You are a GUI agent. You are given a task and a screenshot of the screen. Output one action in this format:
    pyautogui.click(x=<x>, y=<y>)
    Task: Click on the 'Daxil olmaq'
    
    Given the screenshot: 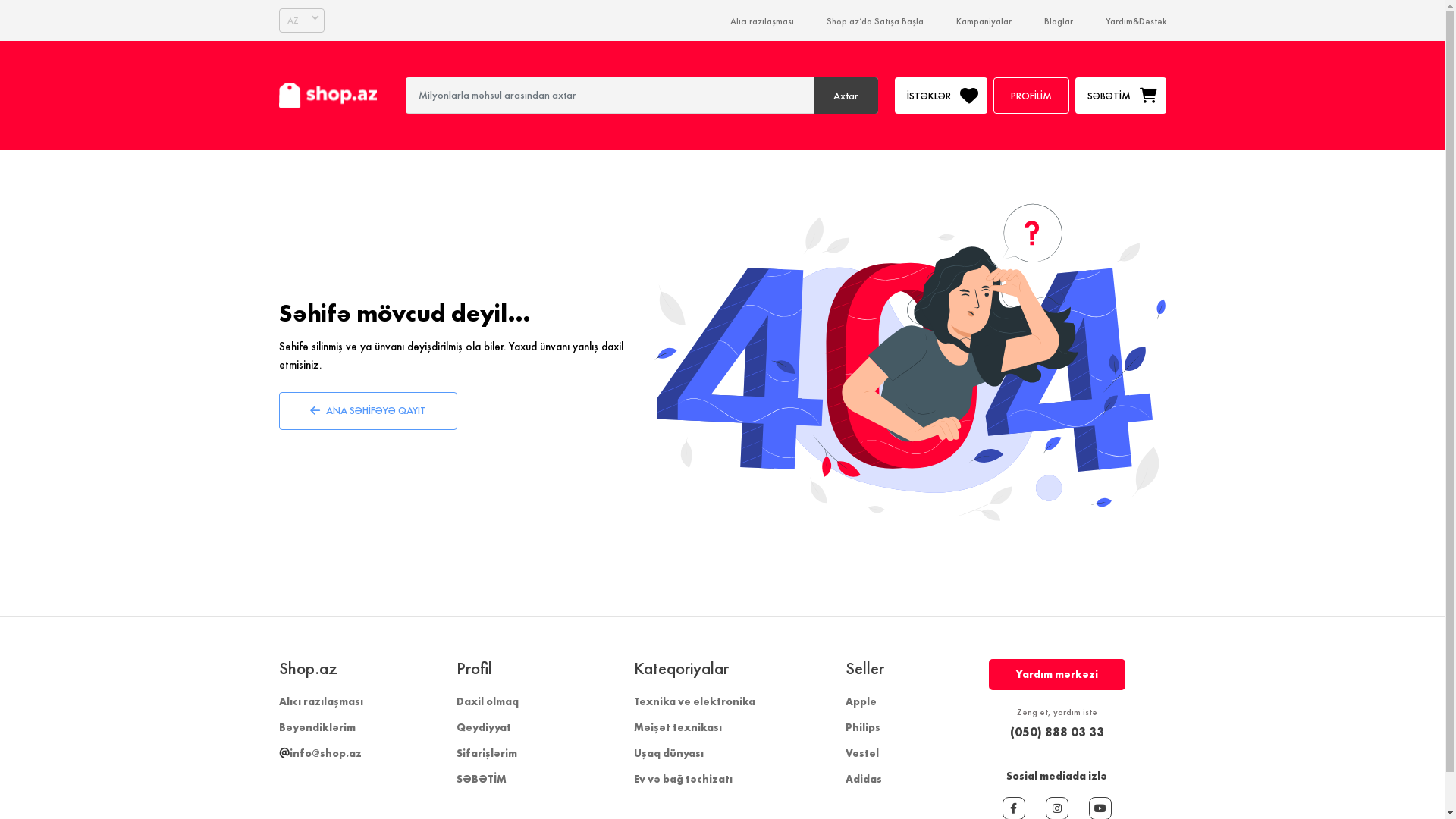 What is the action you would take?
    pyautogui.click(x=488, y=701)
    